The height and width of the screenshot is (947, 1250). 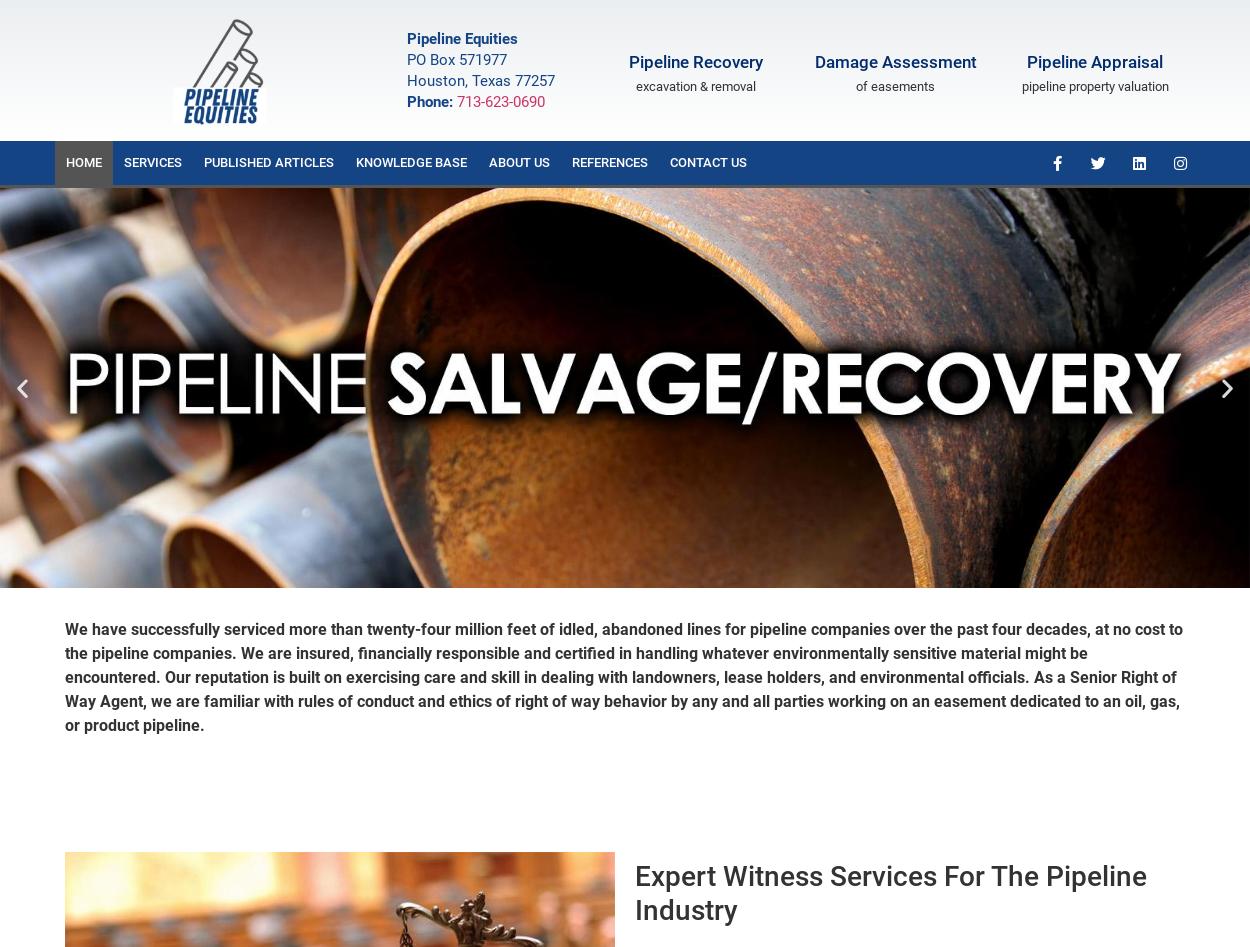 What do you see at coordinates (623, 676) in the screenshot?
I see `'We have successfully serviced more than twenty-four million feet of idled, abandoned lines for pipeline companies over the past four decades, at no cost to the pipeline companies. We are insured, financially responsible and certified in handling whatever environmentally sensitive material might be encountered. Our reputation is built on exercising care and skill in dealing with landowners, lease holders, and environmental officials. As a Senior Right of Way Agent, we are familiar with rules of conduct and ethics of right of way behavior by any and all parties working on an easement dedicated to an oil, gas, or product pipeline.'` at bounding box center [623, 676].